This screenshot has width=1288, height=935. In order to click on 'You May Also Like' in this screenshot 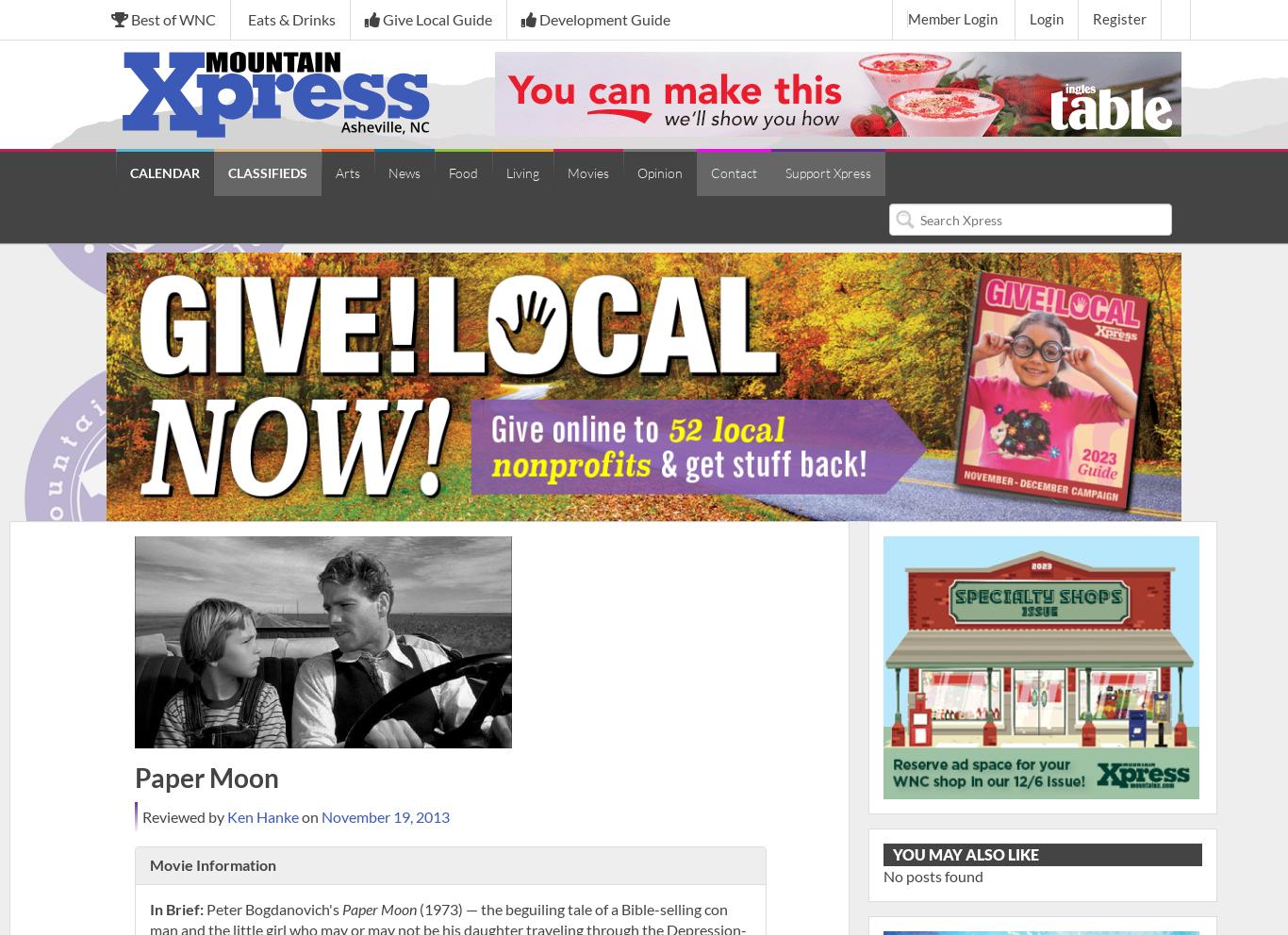, I will do `click(965, 854)`.